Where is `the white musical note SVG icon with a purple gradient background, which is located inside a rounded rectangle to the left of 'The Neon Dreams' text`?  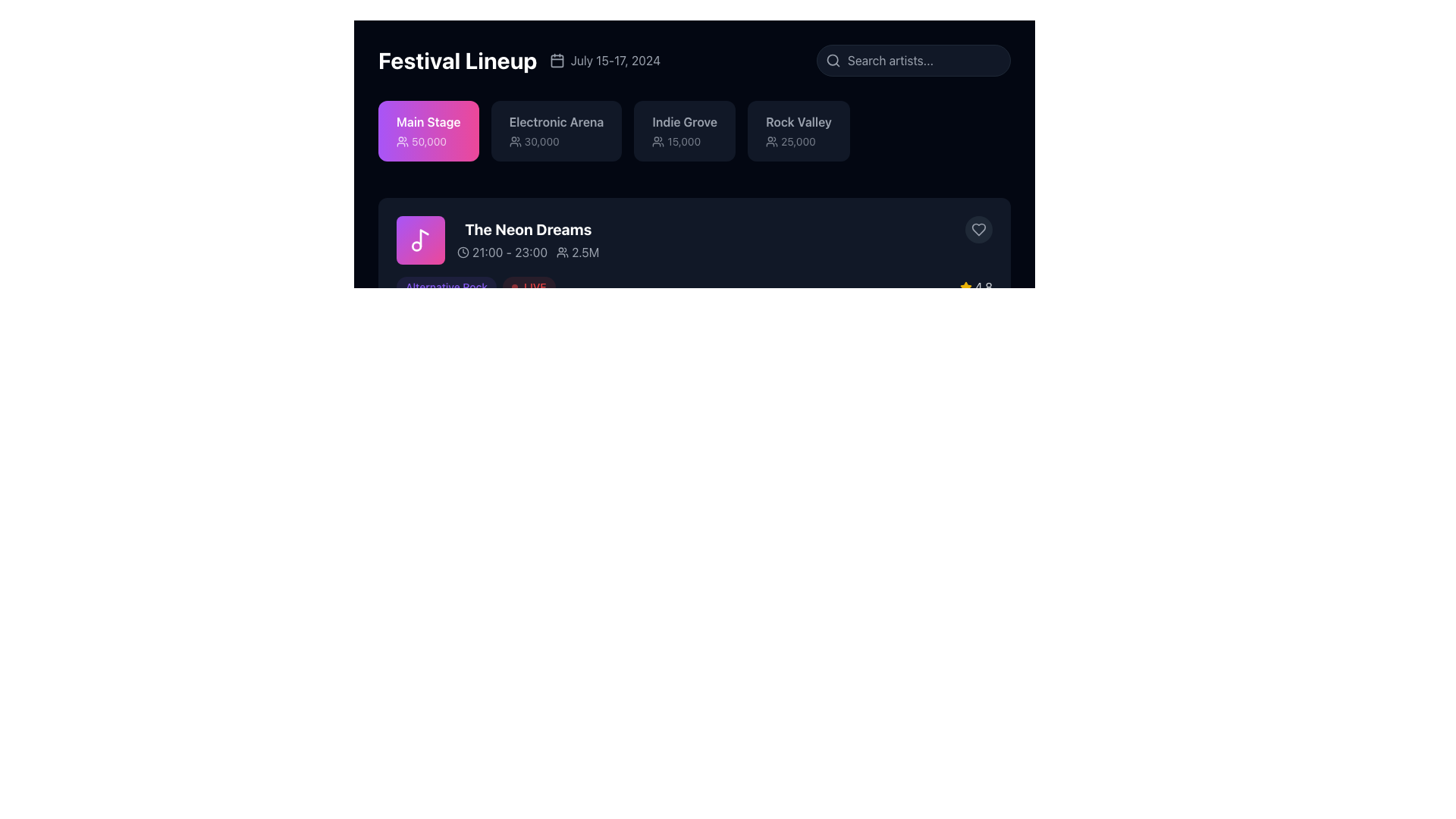 the white musical note SVG icon with a purple gradient background, which is located inside a rounded rectangle to the left of 'The Neon Dreams' text is located at coordinates (421, 239).